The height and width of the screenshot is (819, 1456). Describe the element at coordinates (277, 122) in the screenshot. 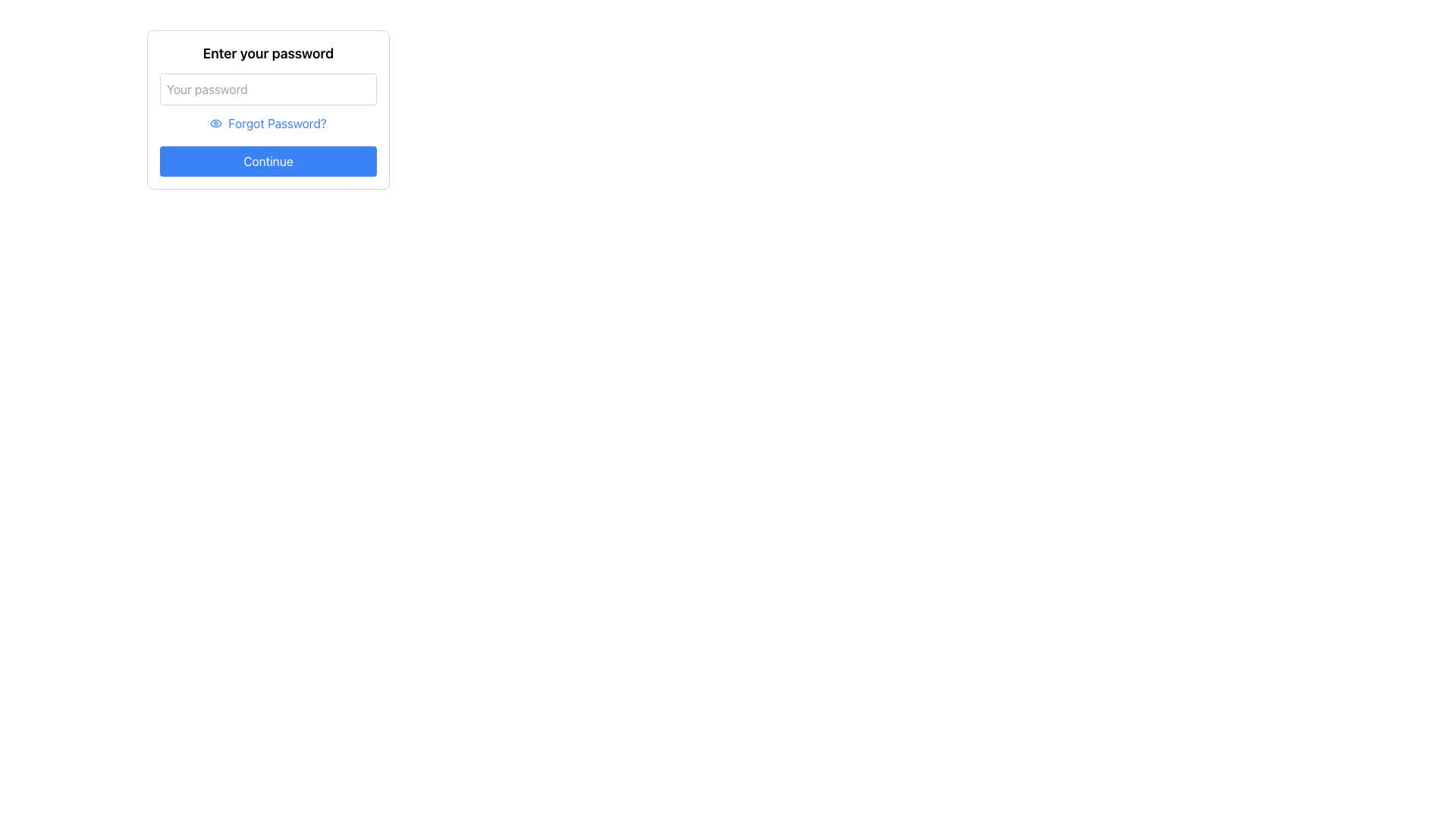

I see `the 'Forgot Password?' hyperlink` at that location.